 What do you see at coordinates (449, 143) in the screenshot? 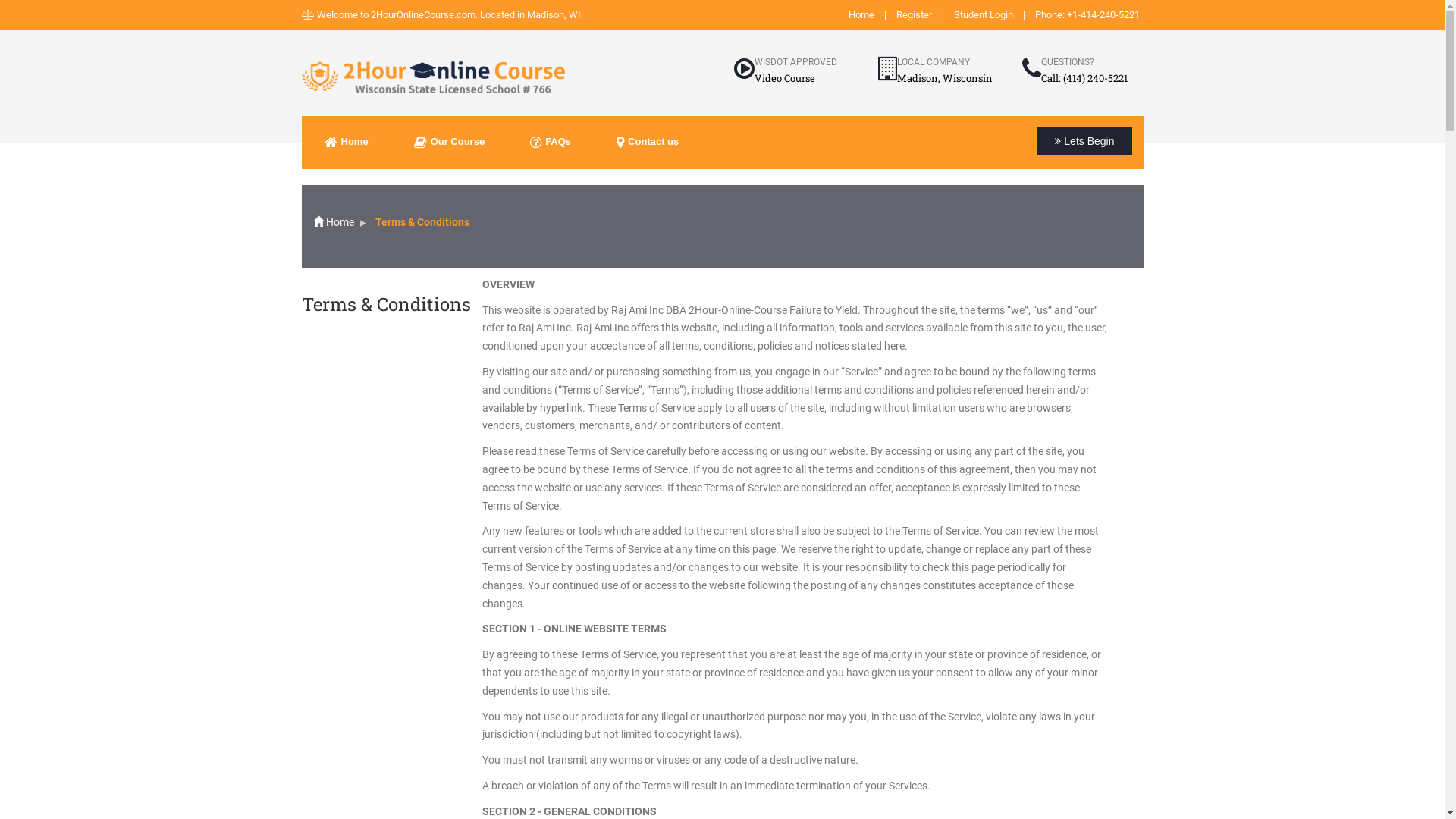
I see `'Our Course'` at bounding box center [449, 143].